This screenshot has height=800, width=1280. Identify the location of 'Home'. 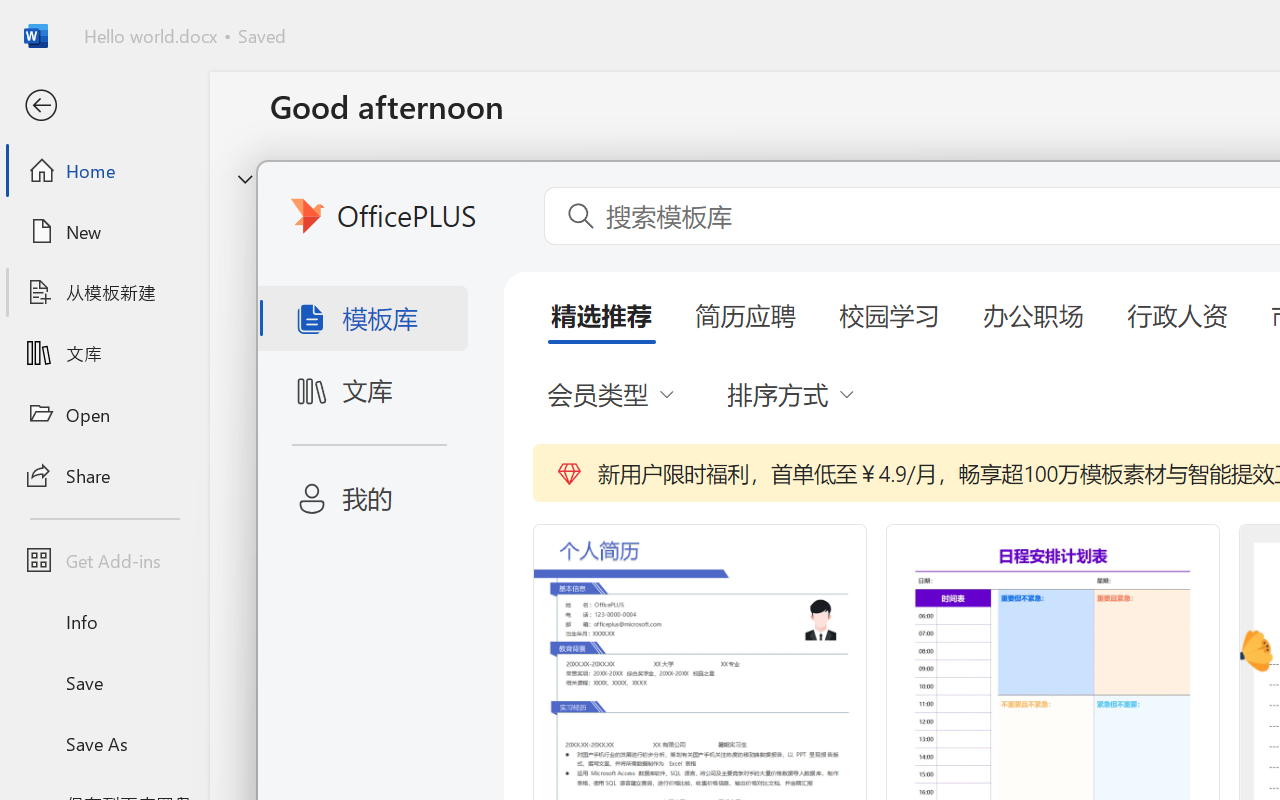
(103, 169).